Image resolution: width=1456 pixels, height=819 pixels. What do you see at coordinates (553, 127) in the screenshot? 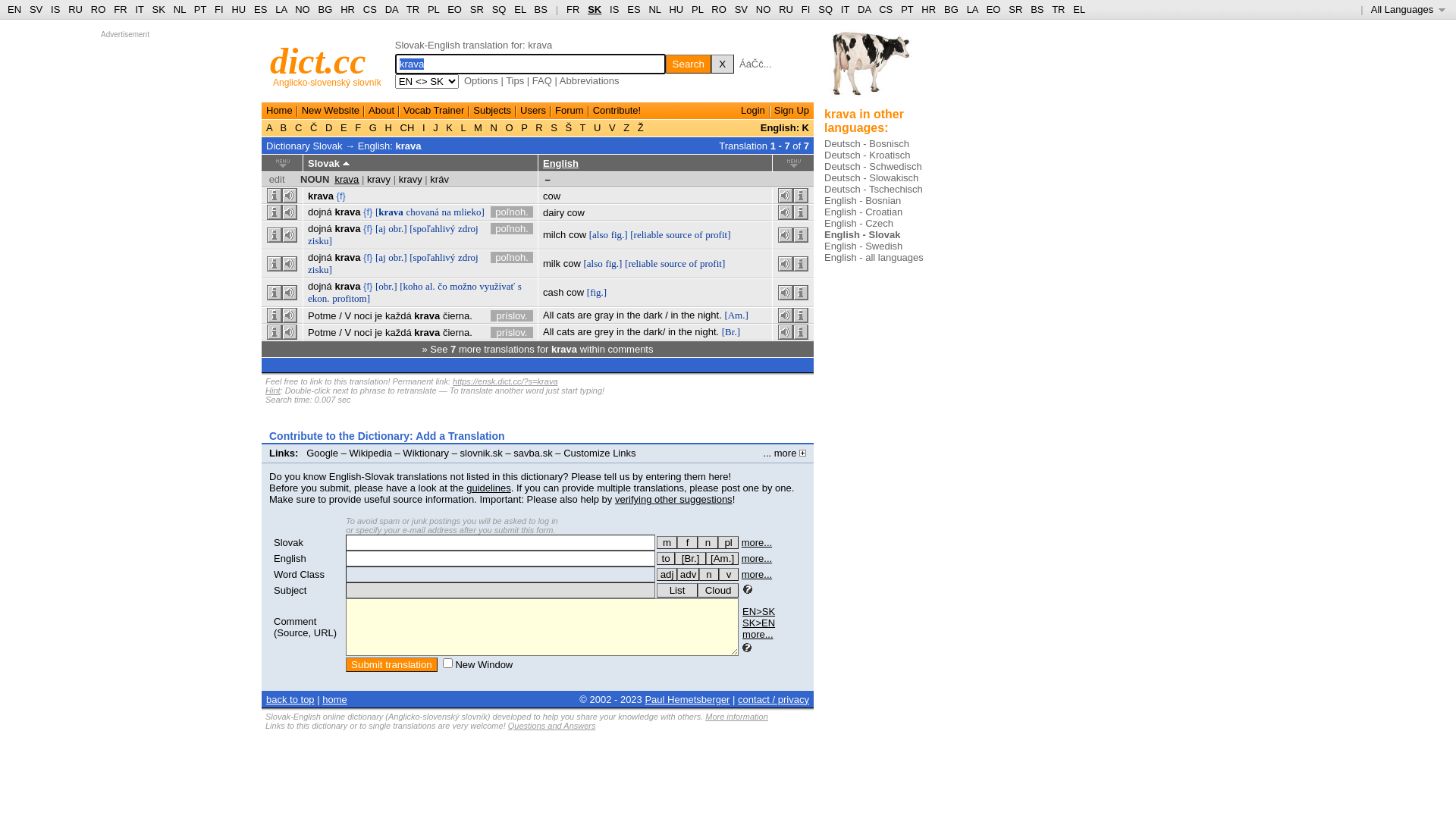
I see `'S'` at bounding box center [553, 127].